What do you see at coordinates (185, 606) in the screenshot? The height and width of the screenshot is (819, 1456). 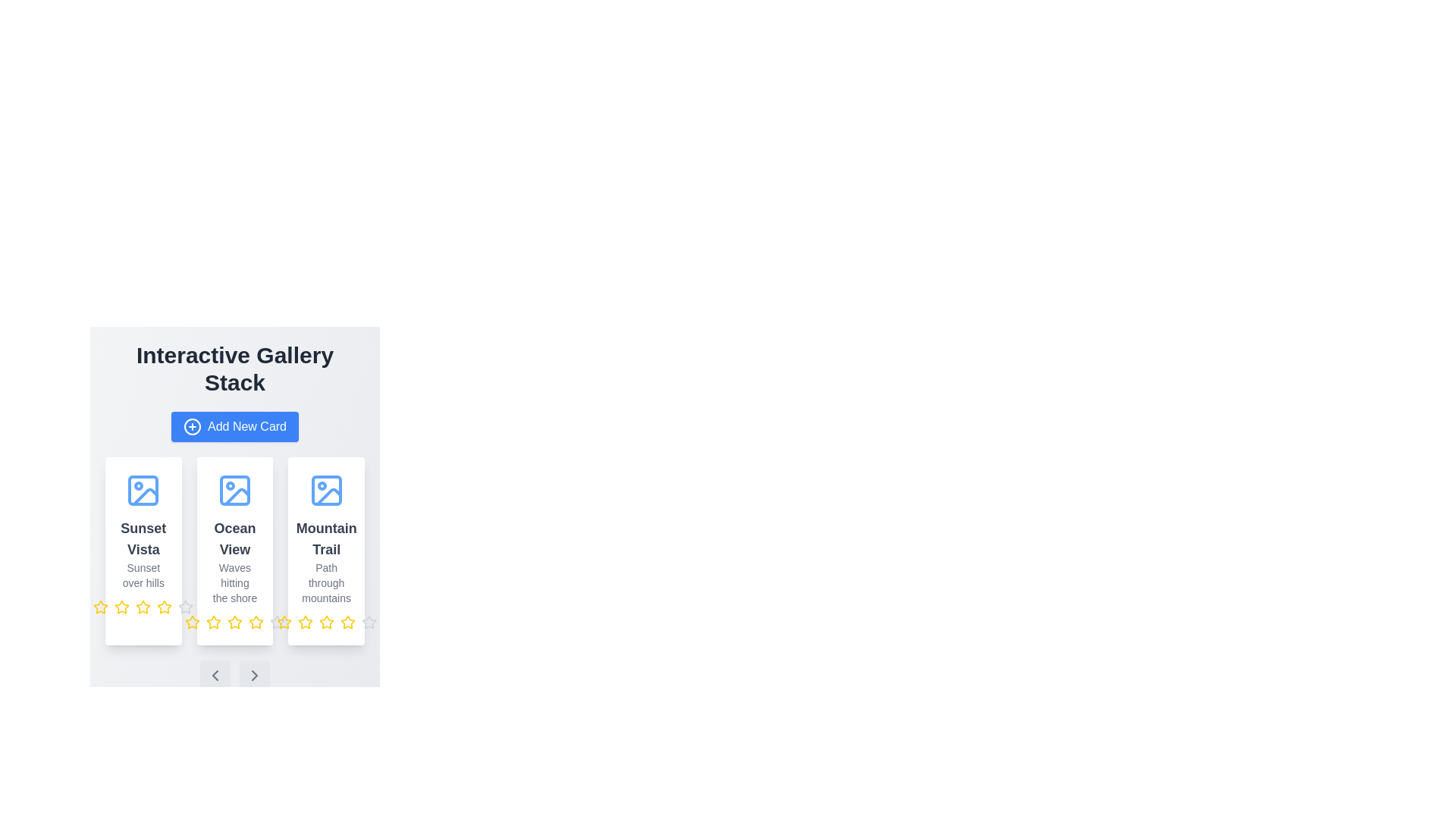 I see `the second star icon in the 5-star rating system for the 'Sunset Vista' card` at bounding box center [185, 606].